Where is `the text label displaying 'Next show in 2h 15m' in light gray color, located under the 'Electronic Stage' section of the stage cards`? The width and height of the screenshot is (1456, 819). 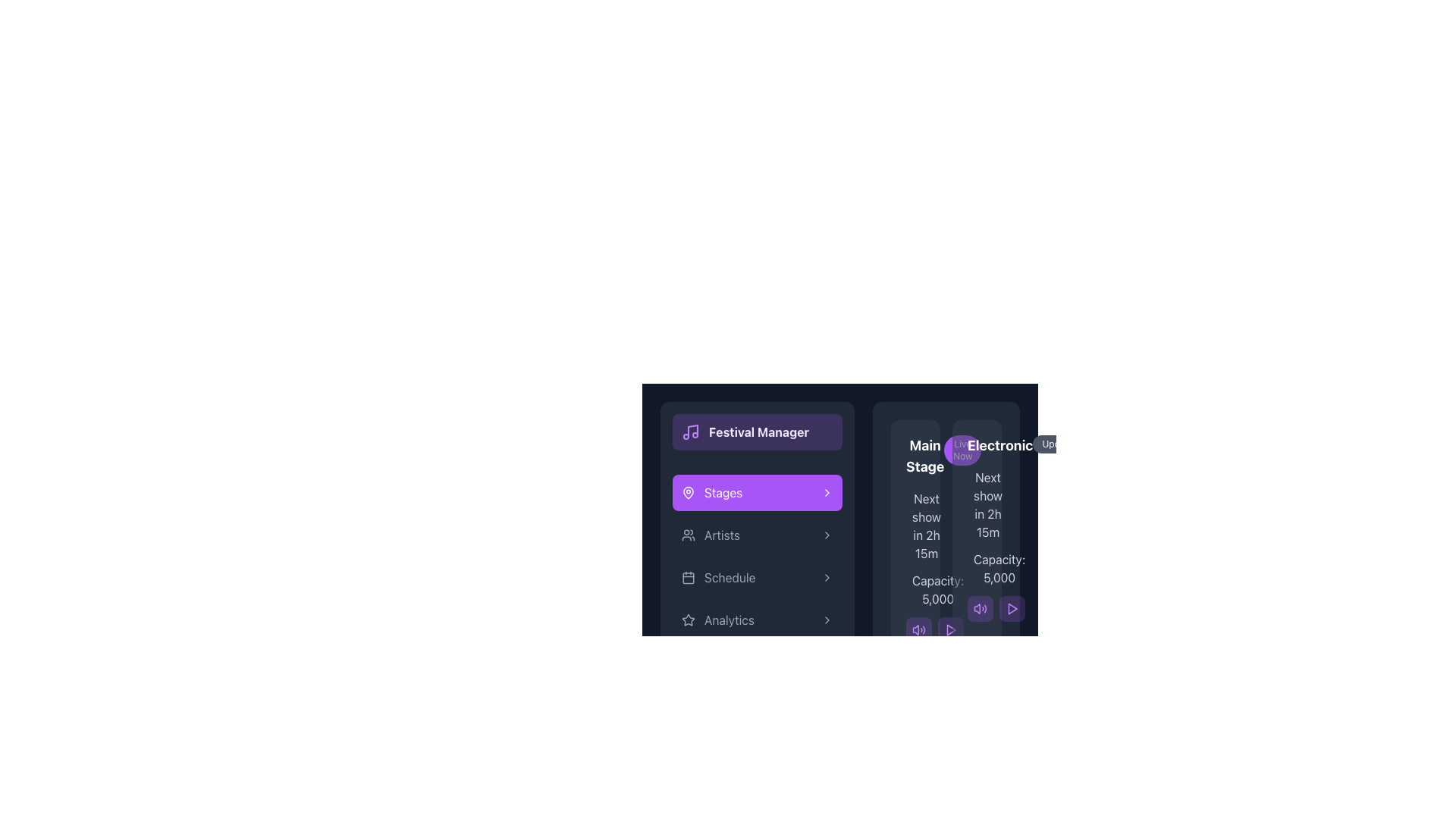 the text label displaying 'Next show in 2h 15m' in light gray color, located under the 'Electronic Stage' section of the stage cards is located at coordinates (988, 505).